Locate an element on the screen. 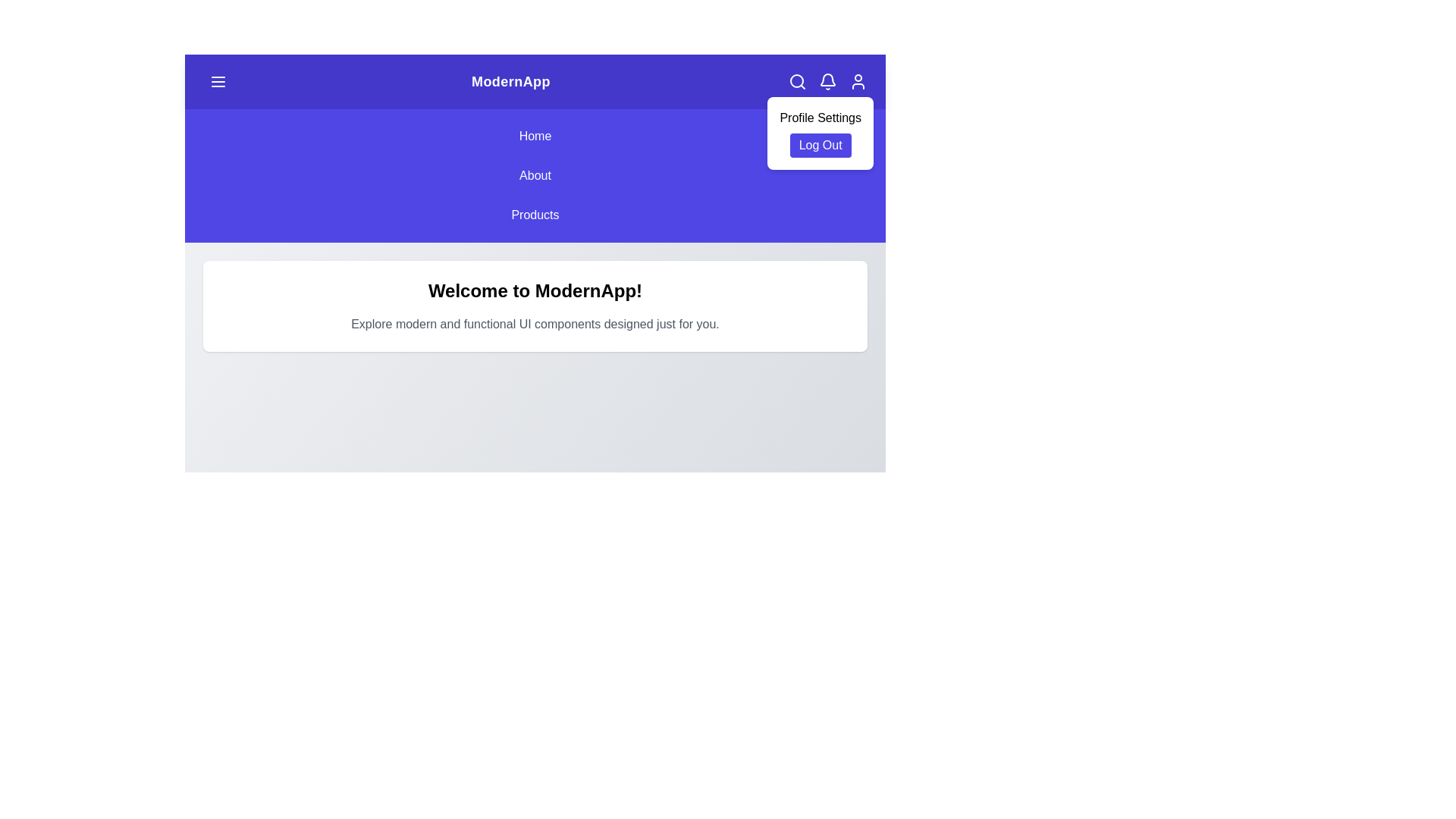  the menu toggle button to toggle the navigation menu visibility is located at coordinates (218, 82).